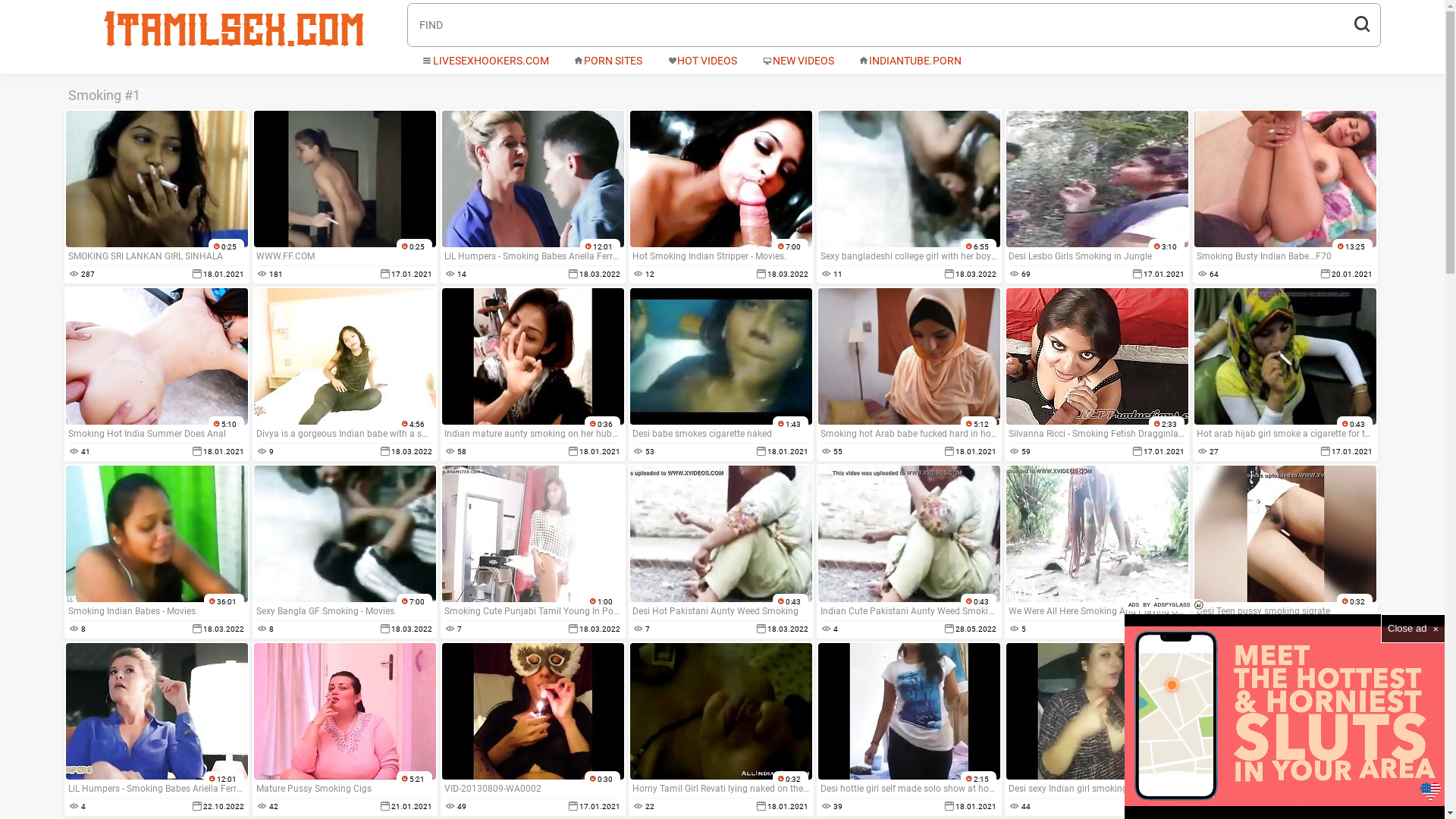 The height and width of the screenshot is (819, 1456). Describe the element at coordinates (156, 374) in the screenshot. I see `'5:10` at that location.